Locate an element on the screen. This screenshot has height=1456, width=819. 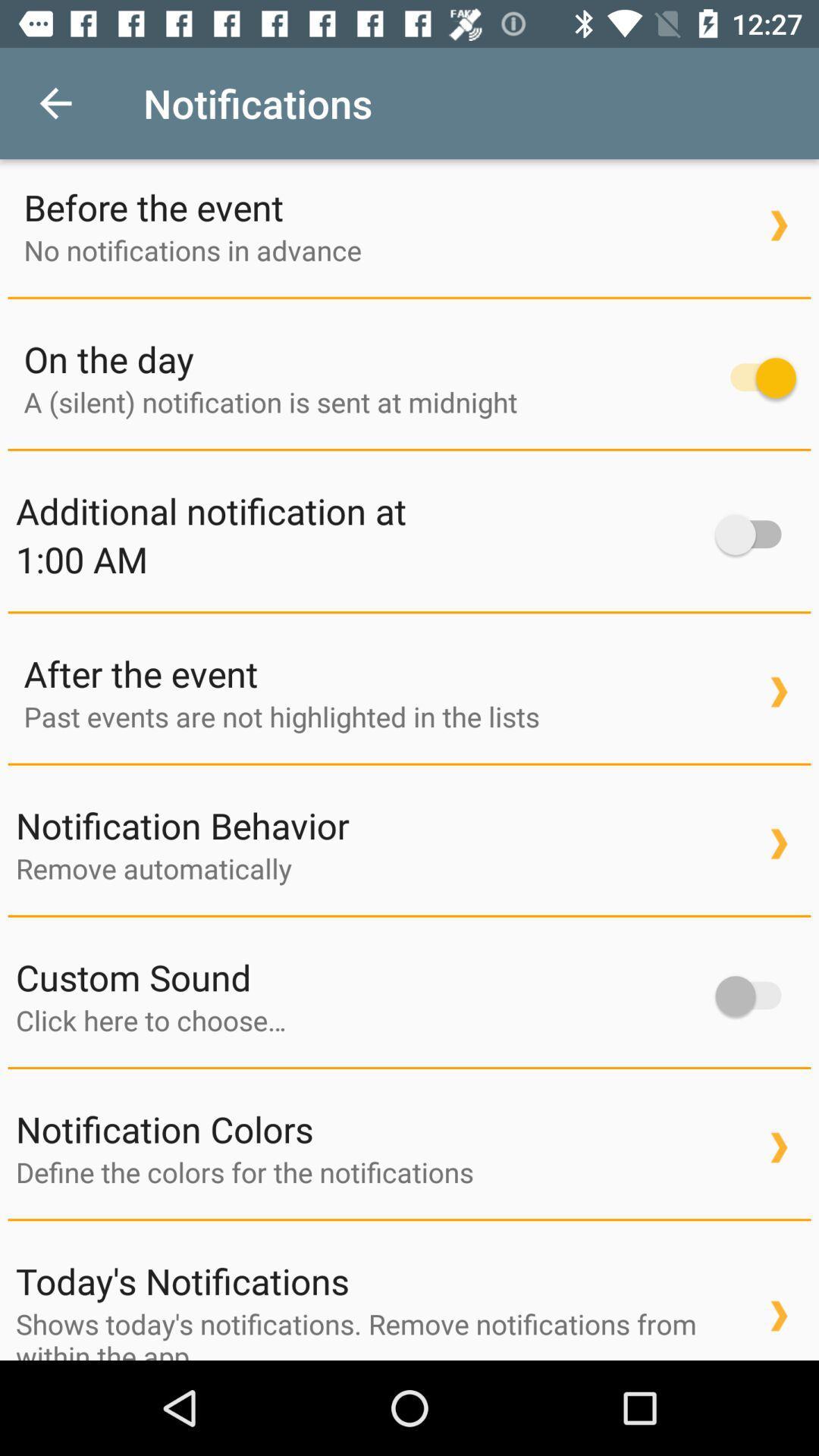
choose sound is located at coordinates (358, 1020).